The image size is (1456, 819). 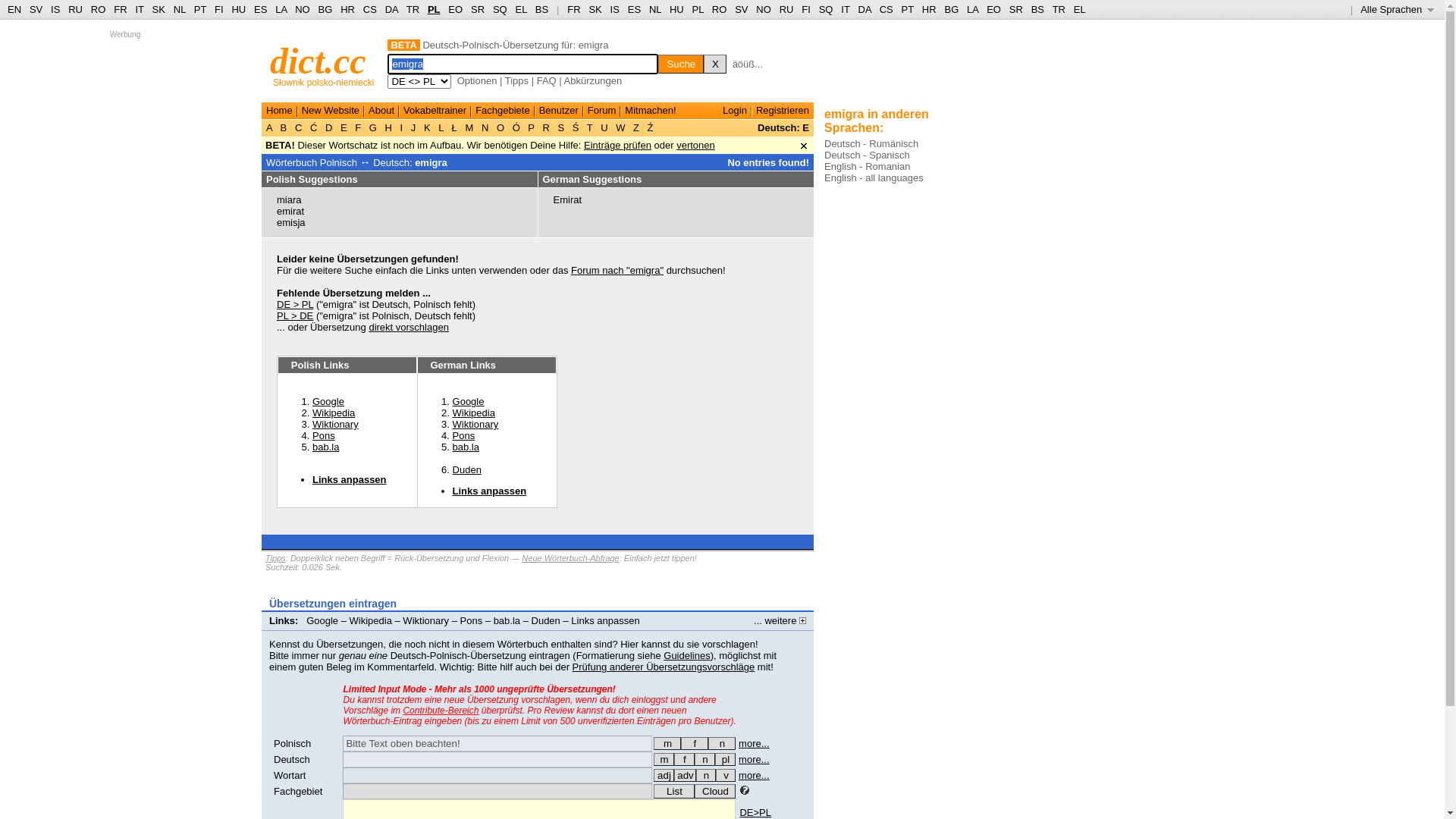 What do you see at coordinates (724, 759) in the screenshot?
I see `'die - Mehrzahl (Plural)'` at bounding box center [724, 759].